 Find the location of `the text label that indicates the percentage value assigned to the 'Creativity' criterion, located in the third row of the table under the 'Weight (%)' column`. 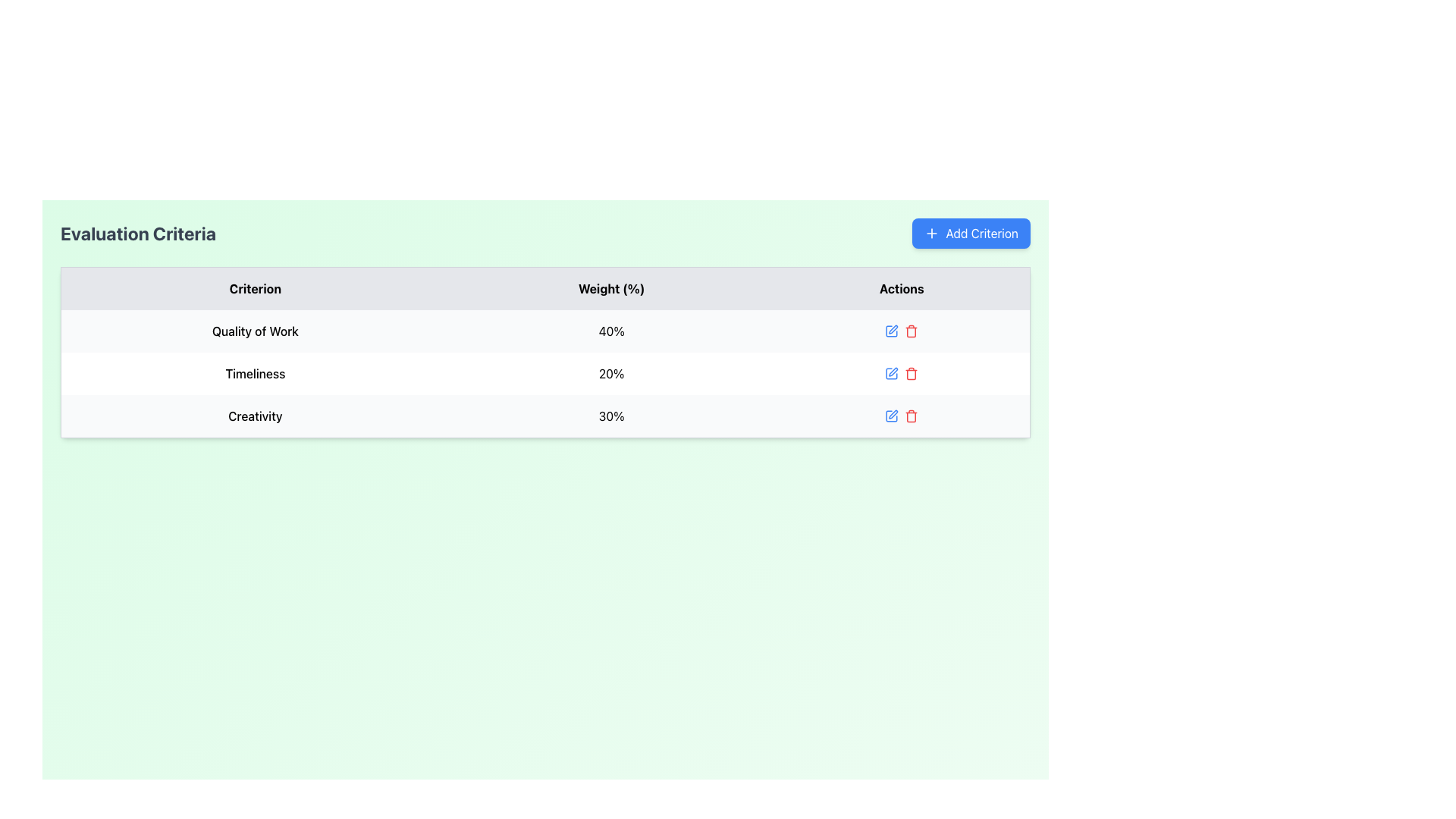

the text label that indicates the percentage value assigned to the 'Creativity' criterion, located in the third row of the table under the 'Weight (%)' column is located at coordinates (611, 416).